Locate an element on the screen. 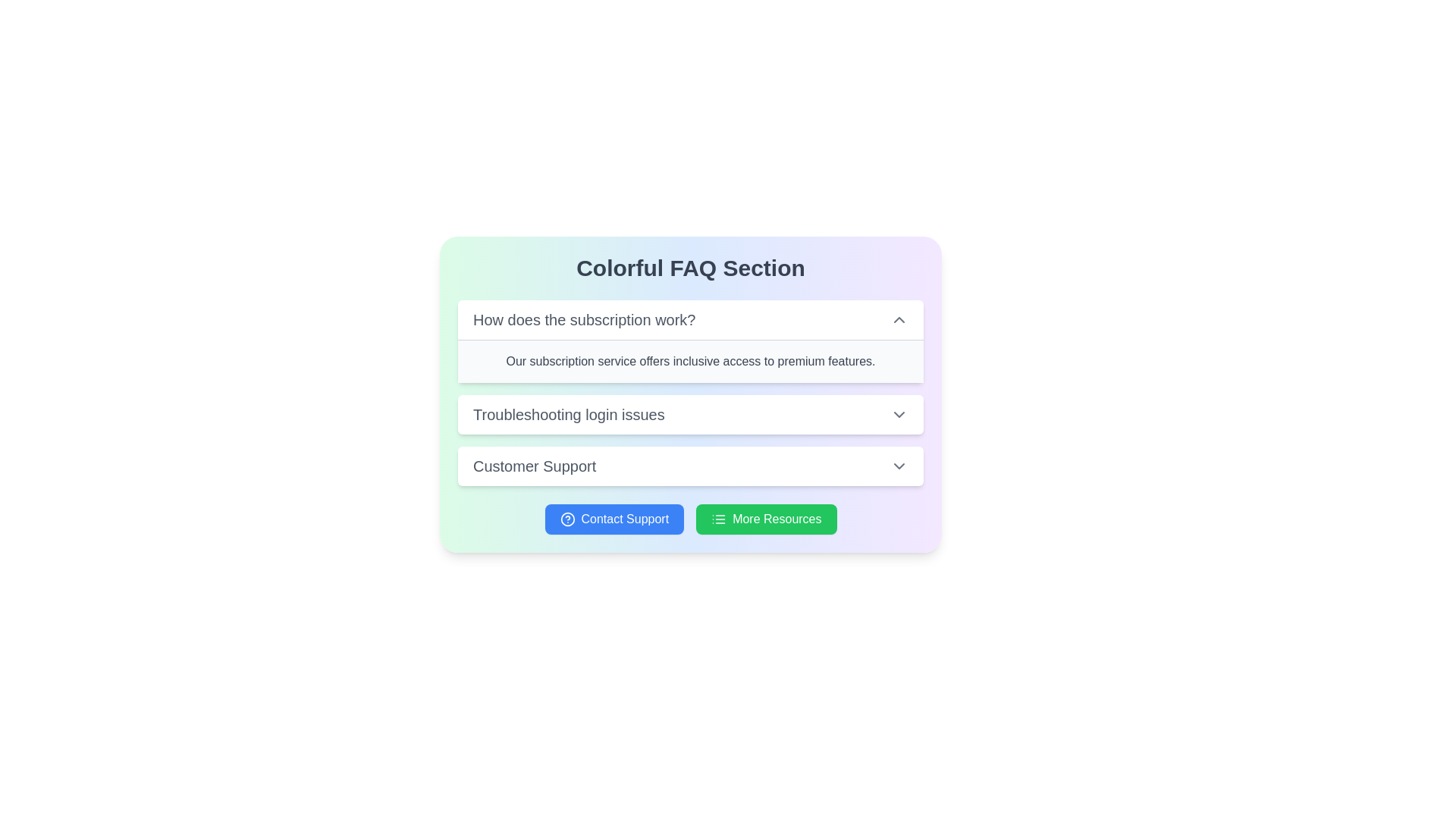 The width and height of the screenshot is (1456, 819). the Expandable panel located below the 'Colorful FAQ Section' title and above the 'Contact Support' and 'More Resources' buttons is located at coordinates (690, 394).